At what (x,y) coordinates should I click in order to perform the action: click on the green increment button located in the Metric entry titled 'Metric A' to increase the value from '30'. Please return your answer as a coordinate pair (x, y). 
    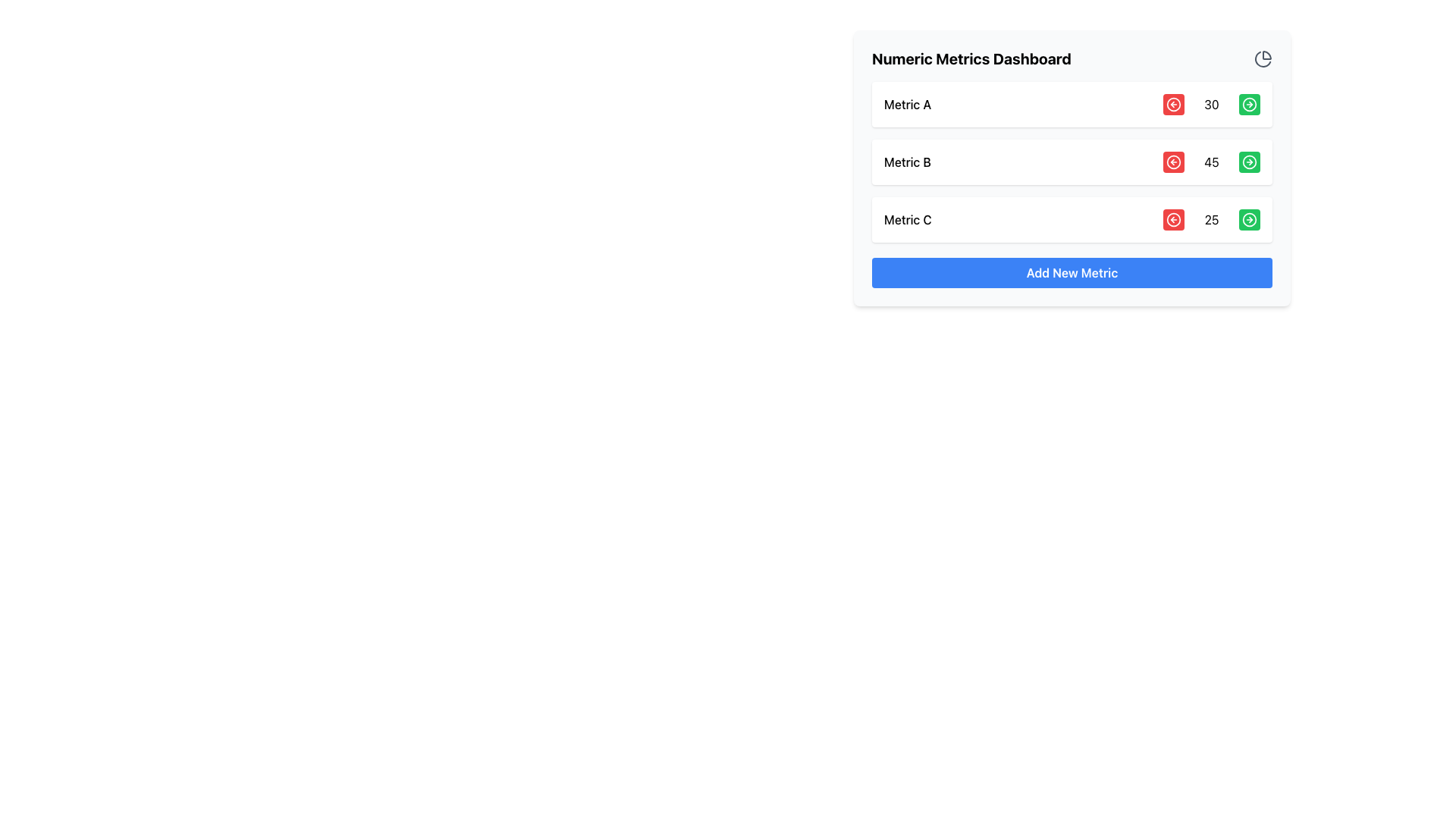
    Looking at the image, I should click on (1072, 104).